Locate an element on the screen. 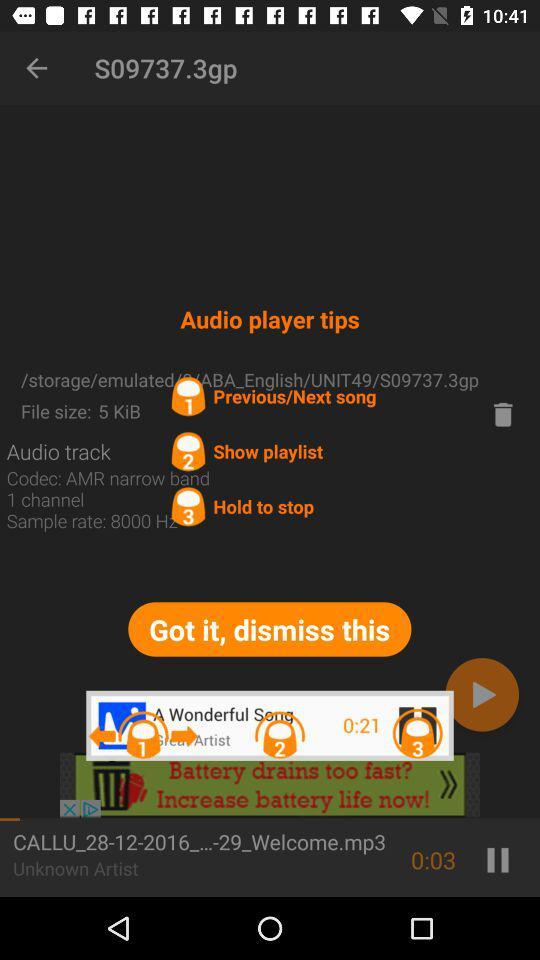 The image size is (540, 960). icon above codec amr narrow icon is located at coordinates (58, 451).